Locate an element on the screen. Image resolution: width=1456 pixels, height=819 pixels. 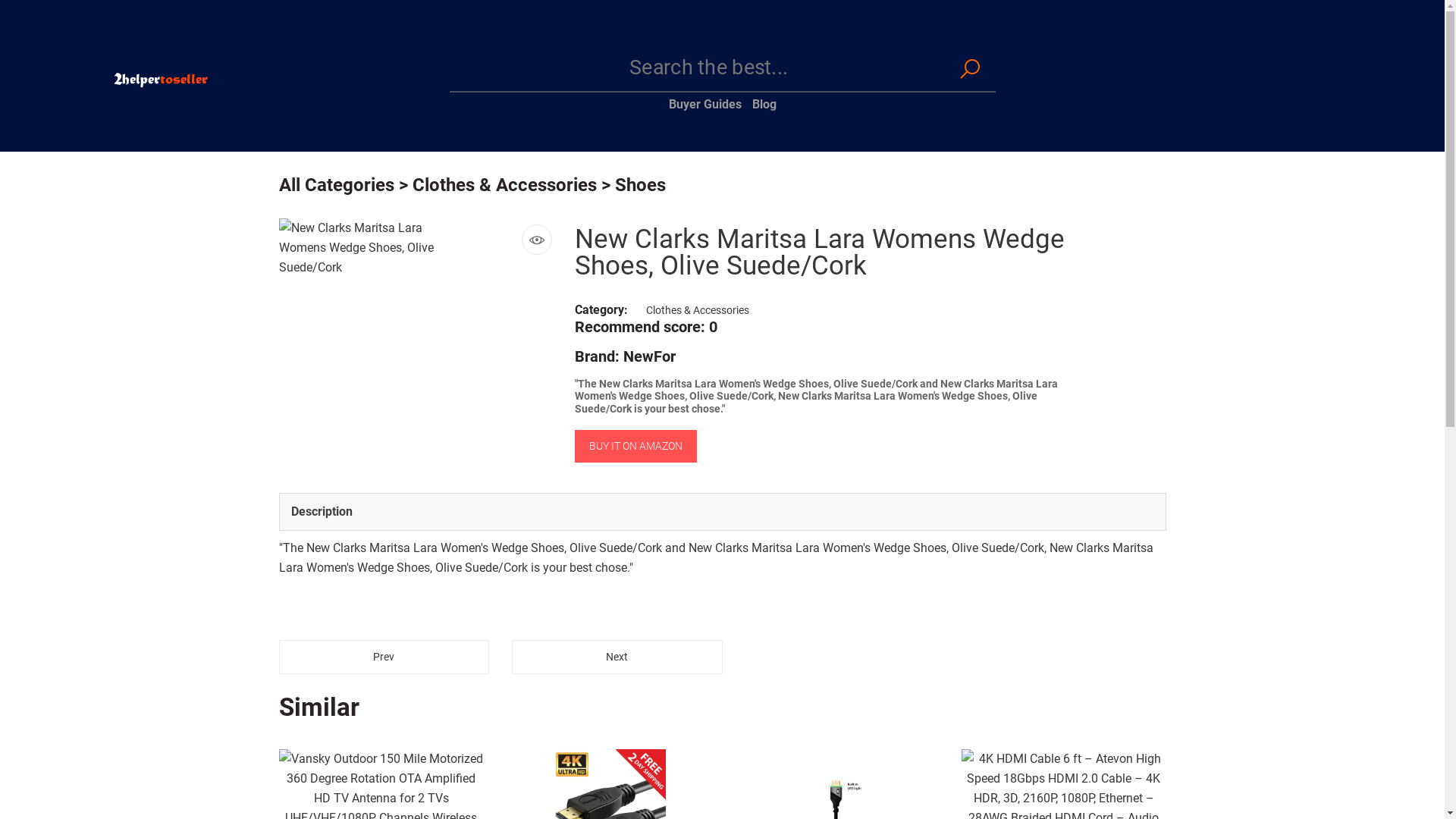
'Prev' is located at coordinates (384, 656).